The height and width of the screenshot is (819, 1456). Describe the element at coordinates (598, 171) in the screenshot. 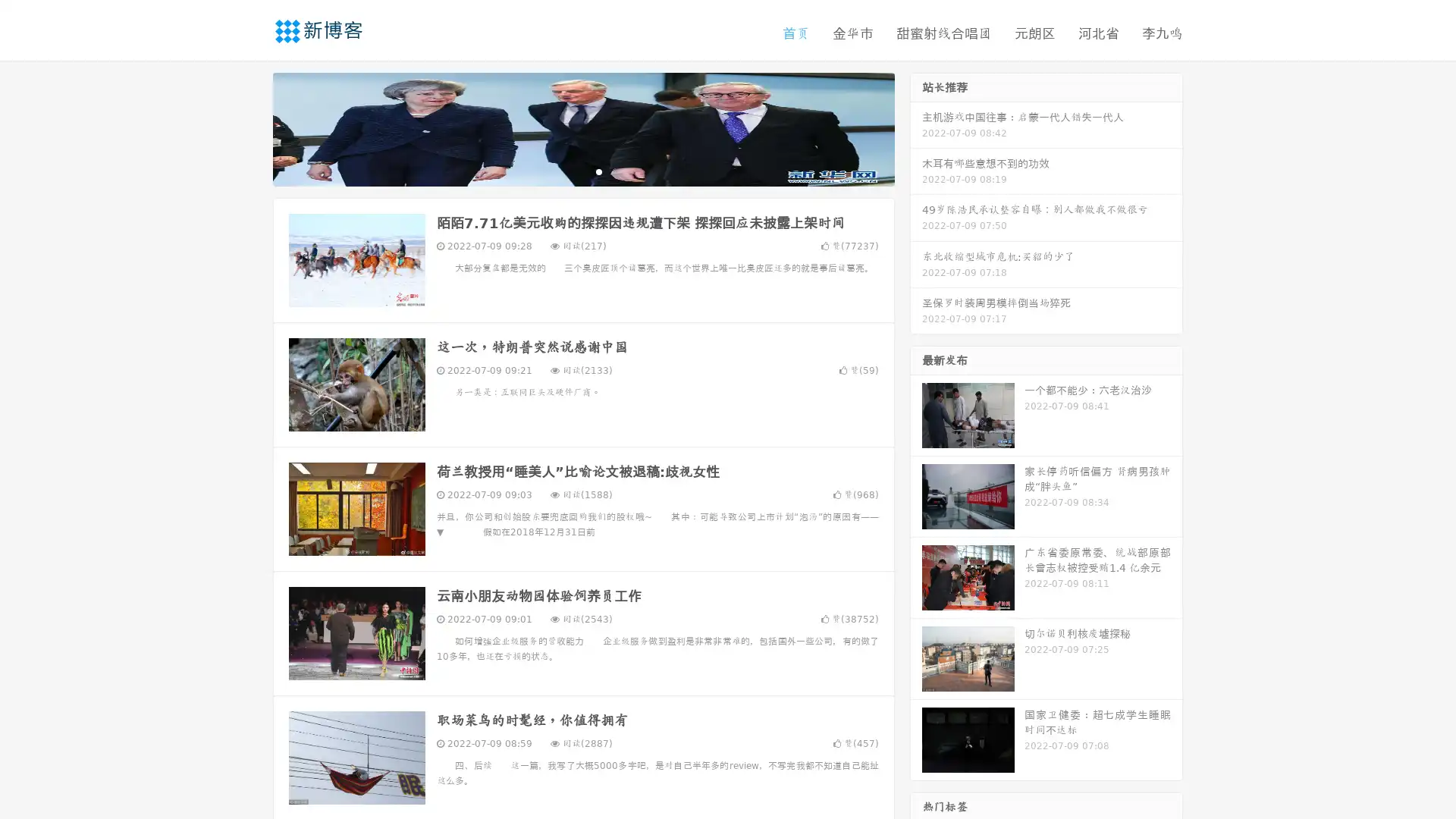

I see `Go to slide 3` at that location.